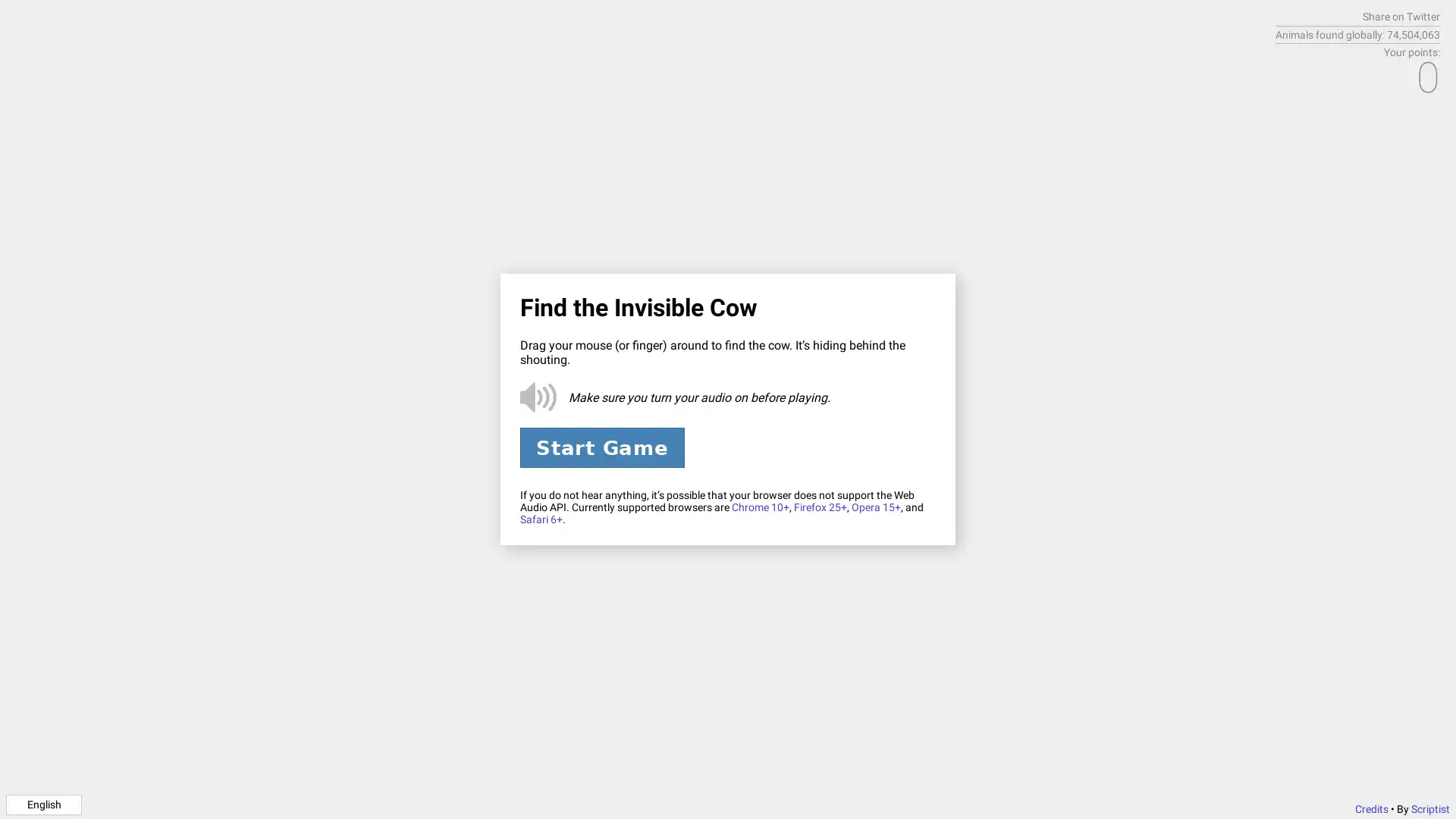 The height and width of the screenshot is (819, 1456). I want to click on Start Game, so click(601, 447).